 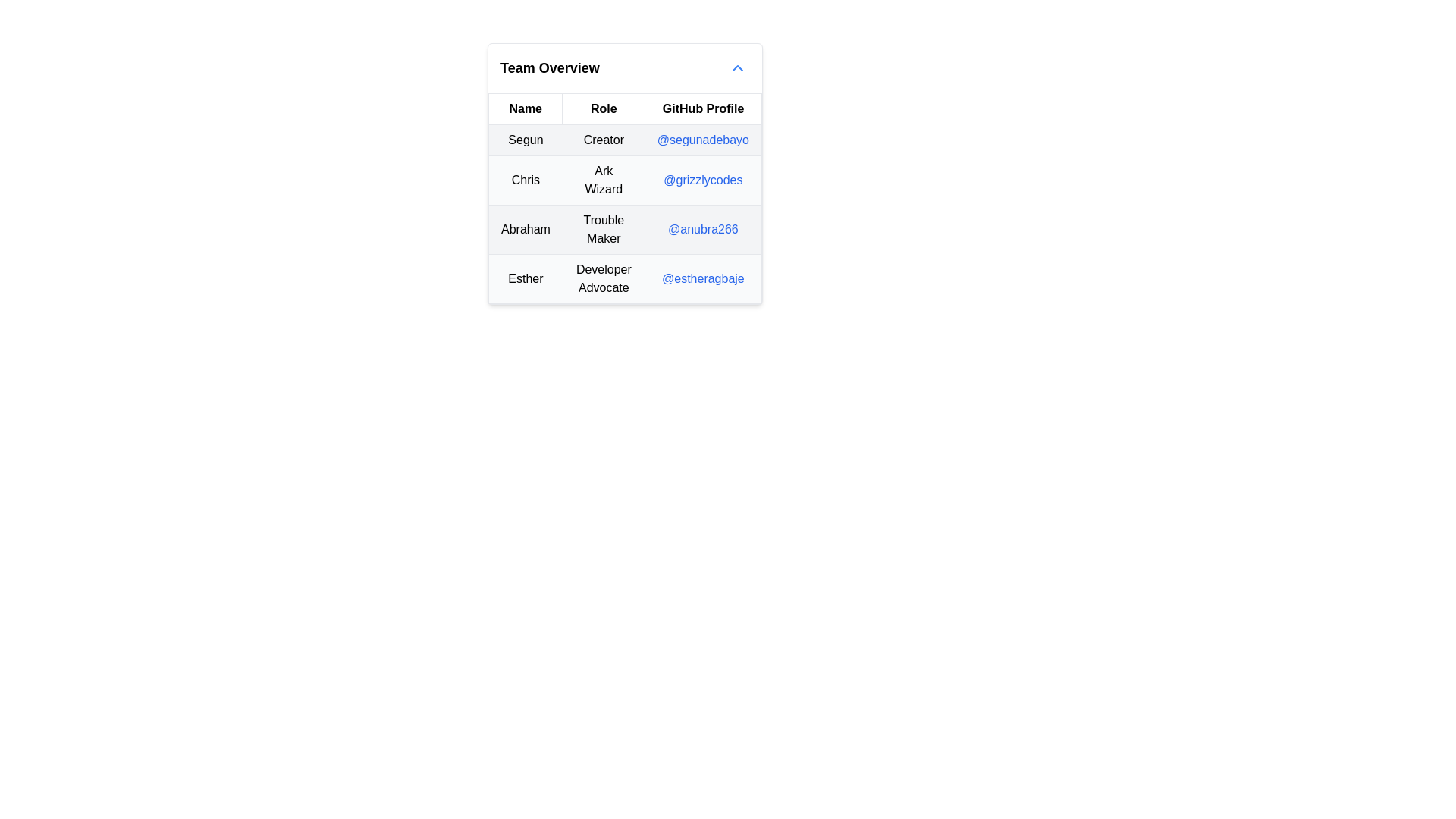 I want to click on the 'GitHub Profile' header in the table, which is the rightmost header in the third column, serving to identify GitHub profile links of team members, so click(x=702, y=108).